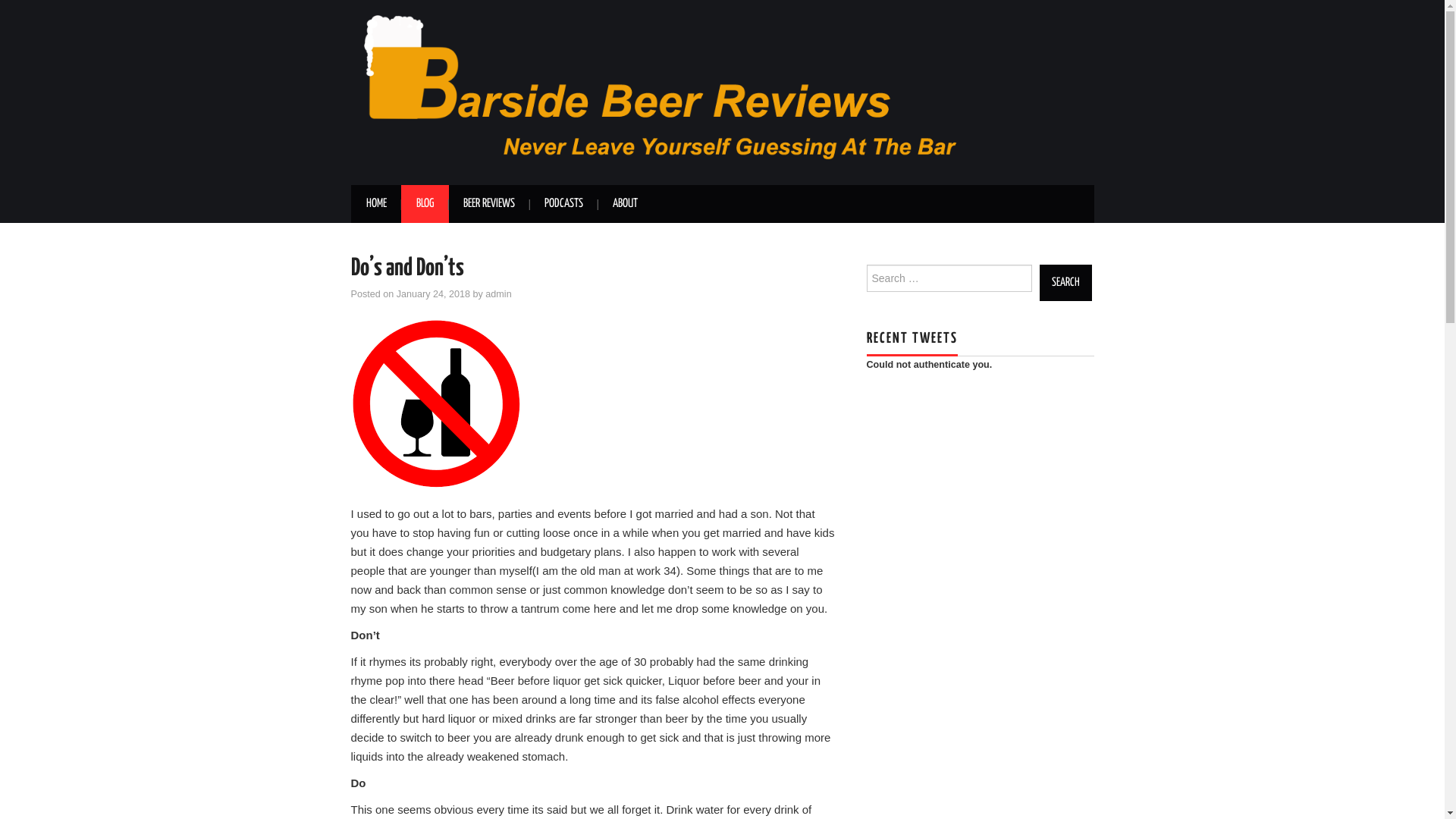  I want to click on 'PODCASTS', so click(563, 203).